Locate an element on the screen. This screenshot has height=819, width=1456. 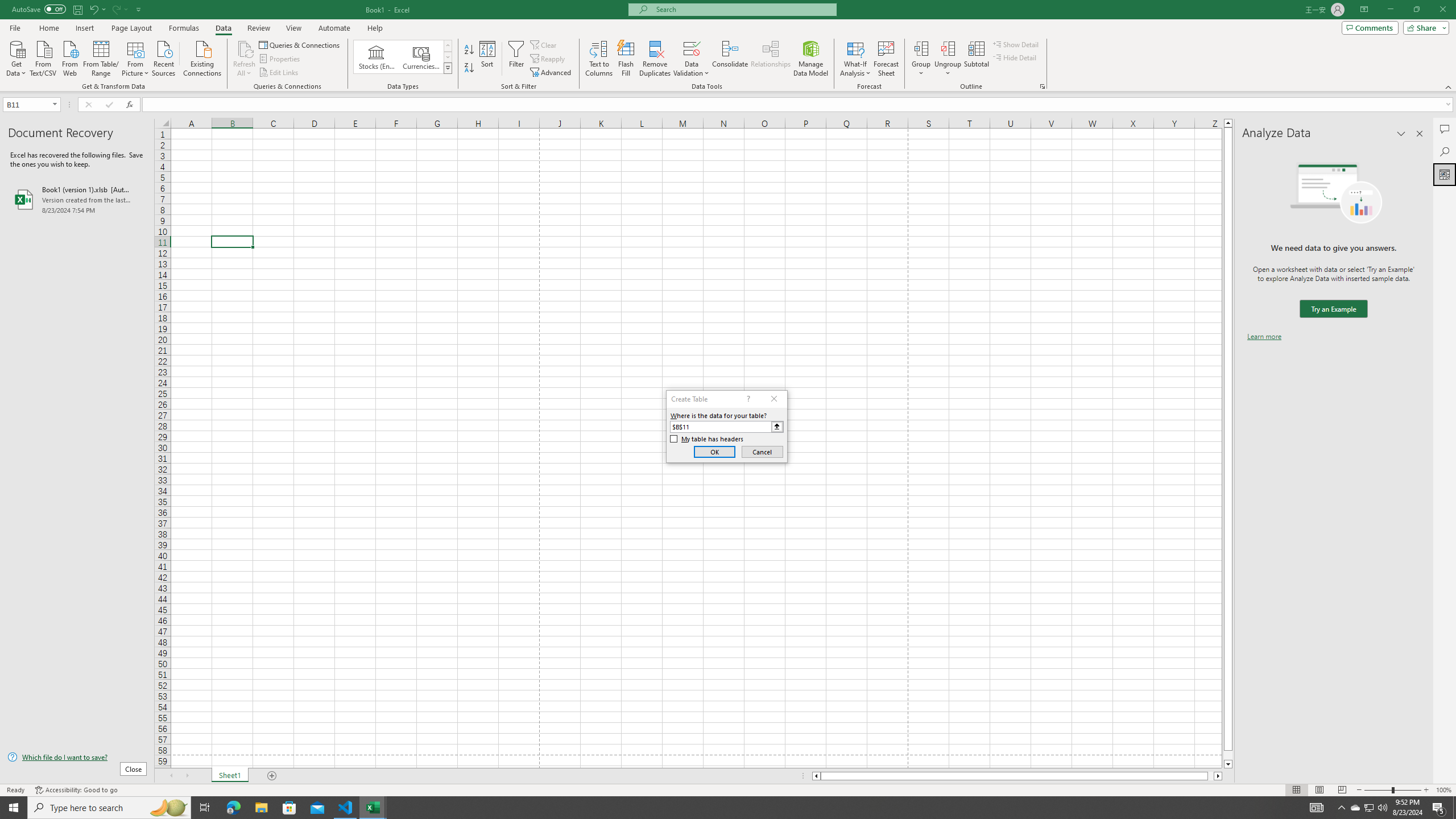
'Group...' is located at coordinates (921, 59).